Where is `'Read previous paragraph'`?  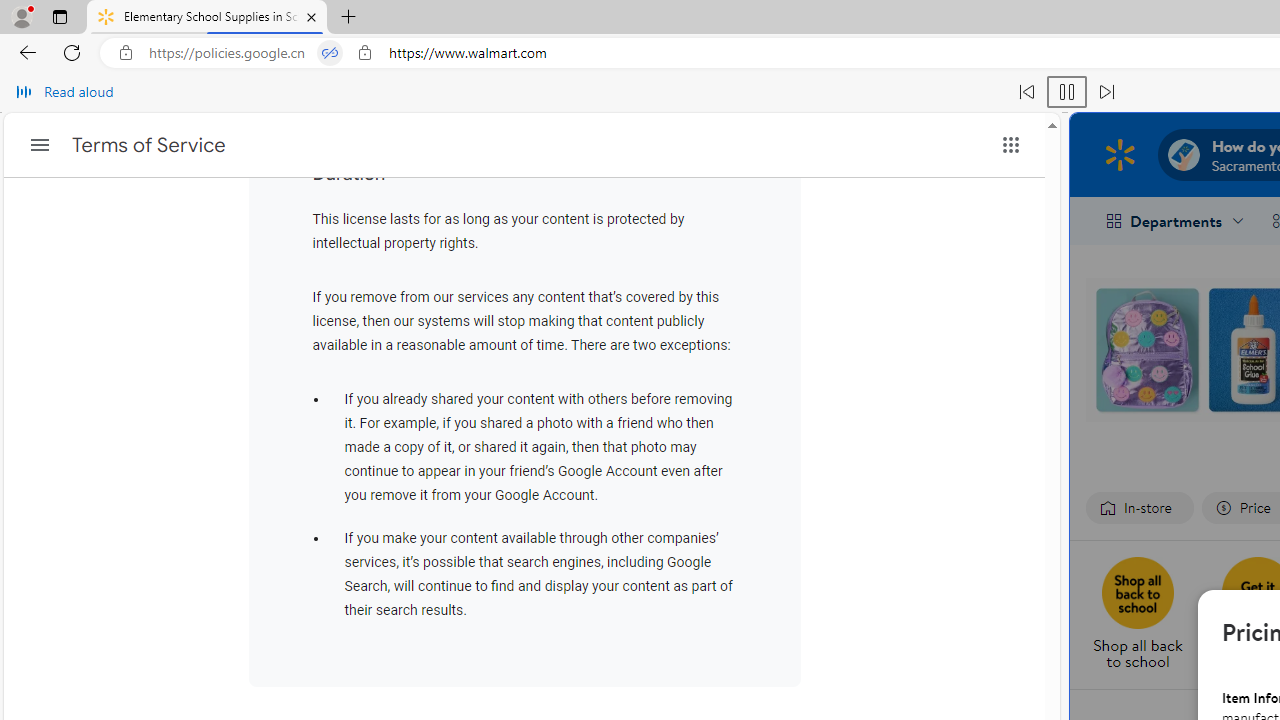
'Read previous paragraph' is located at coordinates (1026, 92).